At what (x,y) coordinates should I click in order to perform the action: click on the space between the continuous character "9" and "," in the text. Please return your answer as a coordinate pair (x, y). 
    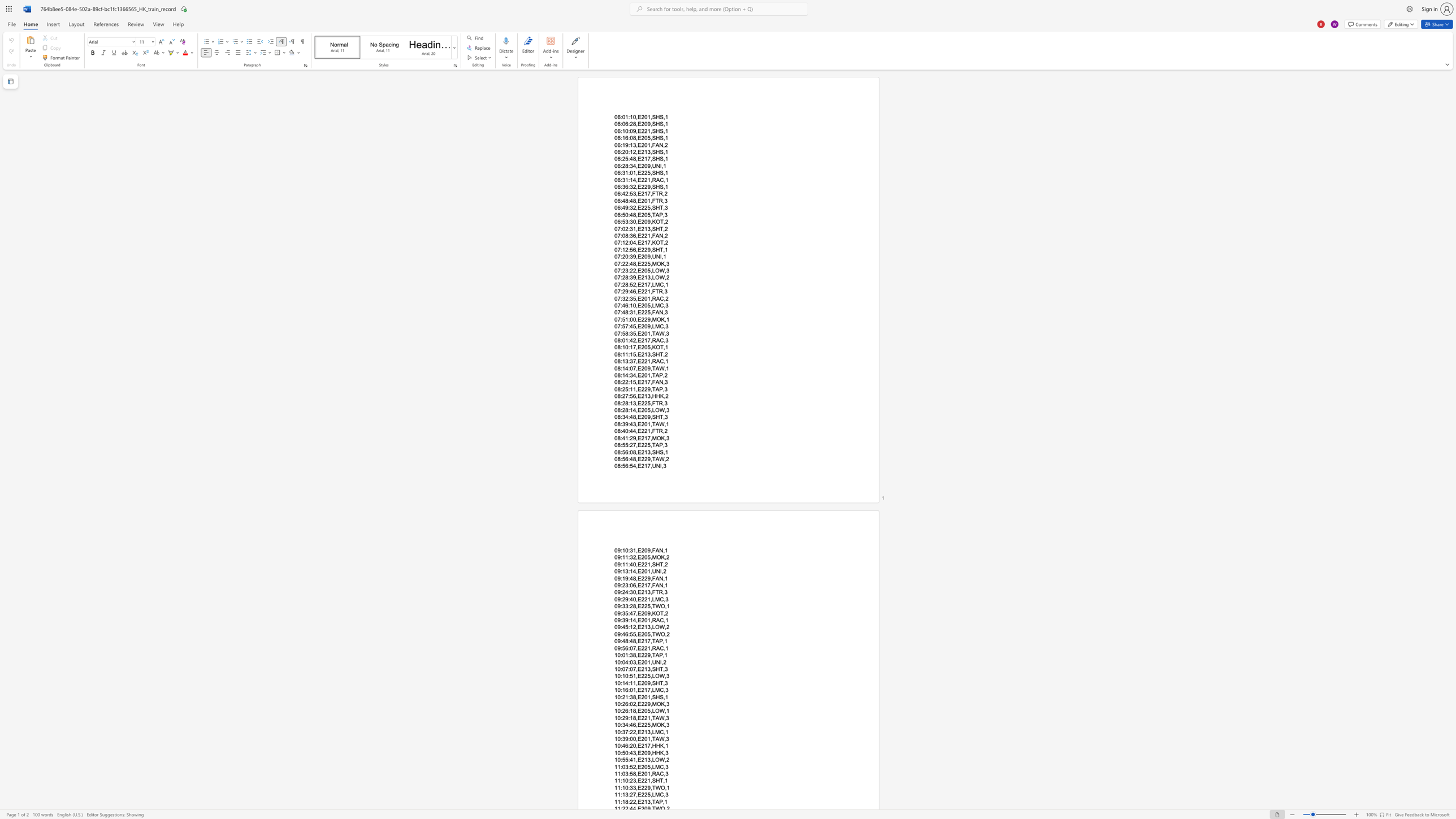
    Looking at the image, I should click on (649, 368).